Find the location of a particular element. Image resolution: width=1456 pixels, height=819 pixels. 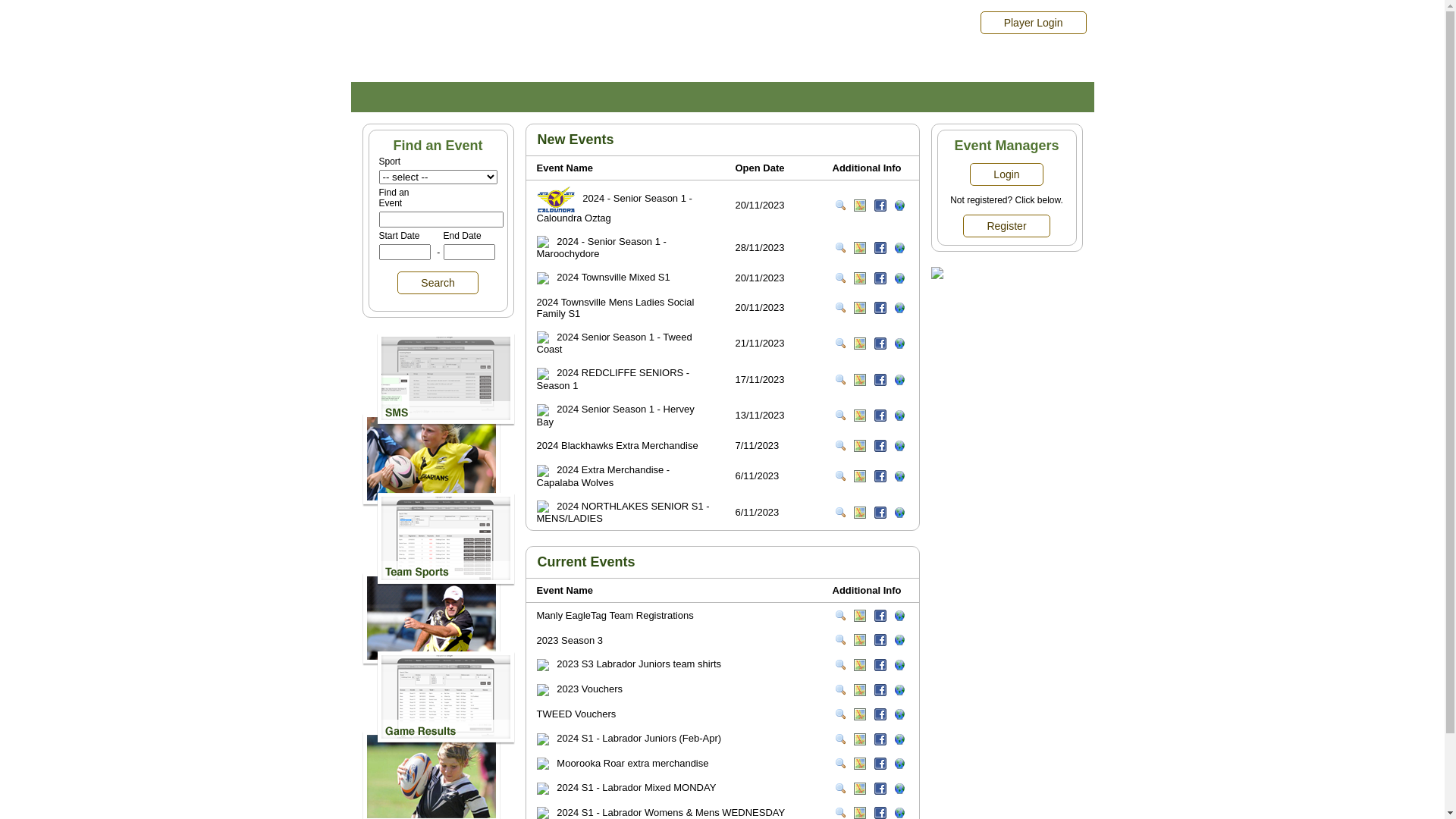

'Register' is located at coordinates (1006, 225).